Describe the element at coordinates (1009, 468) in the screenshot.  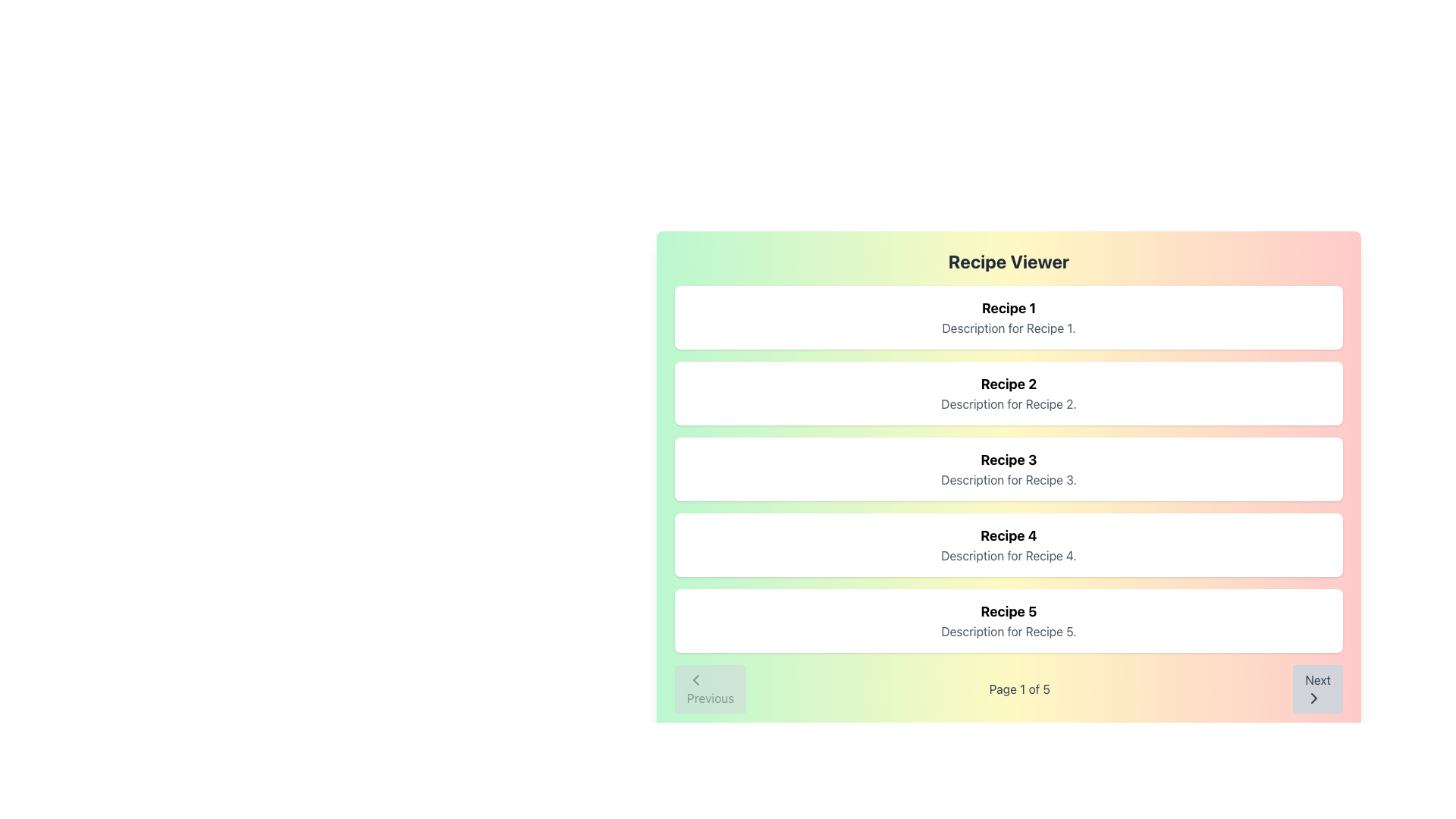
I see `the recipe title in the third list item element that displays a recipe's name and description, located between 'Recipe 2' and 'Recipe 4'` at that location.